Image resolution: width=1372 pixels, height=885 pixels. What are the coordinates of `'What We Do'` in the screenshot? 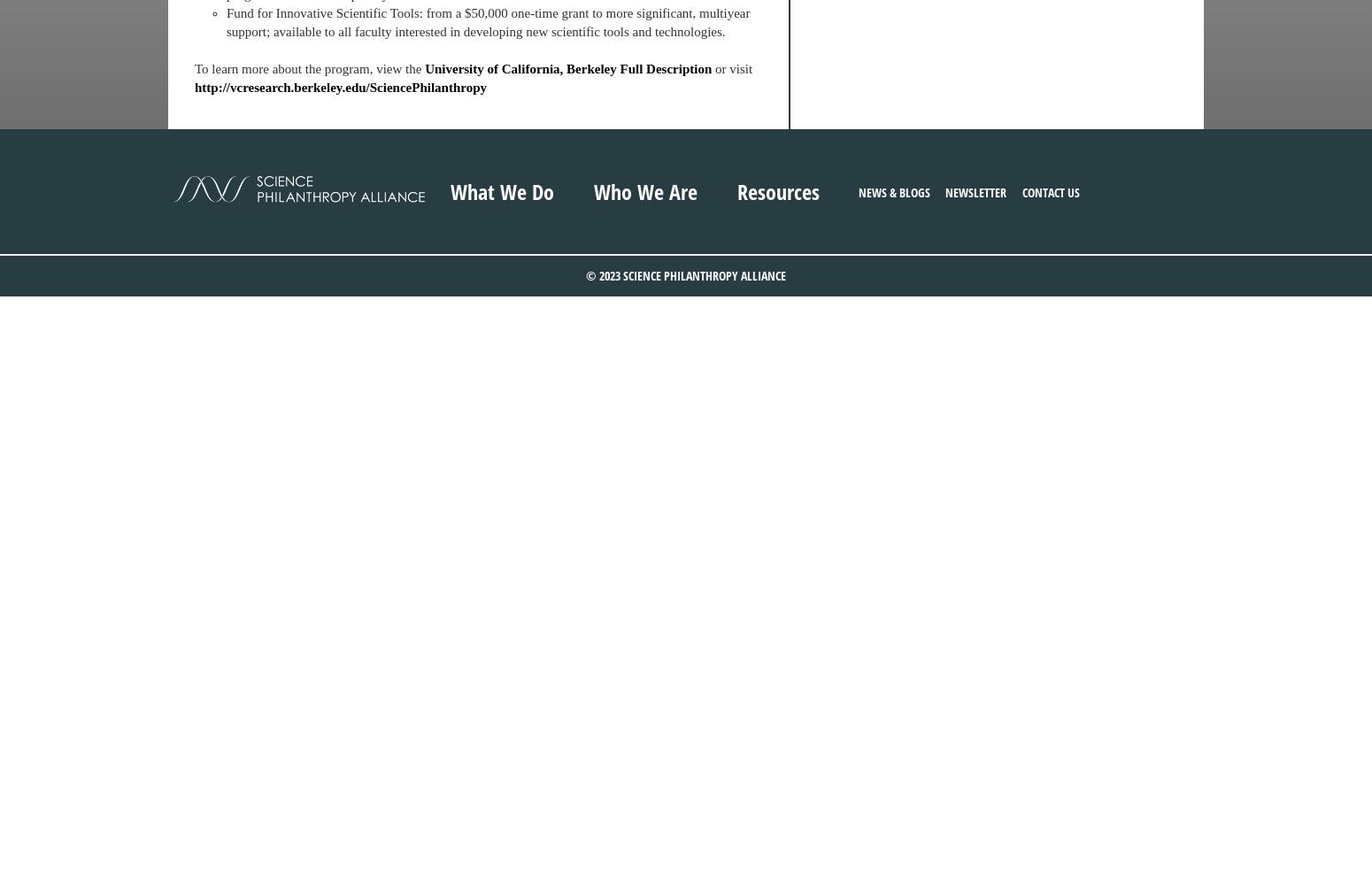 It's located at (502, 189).